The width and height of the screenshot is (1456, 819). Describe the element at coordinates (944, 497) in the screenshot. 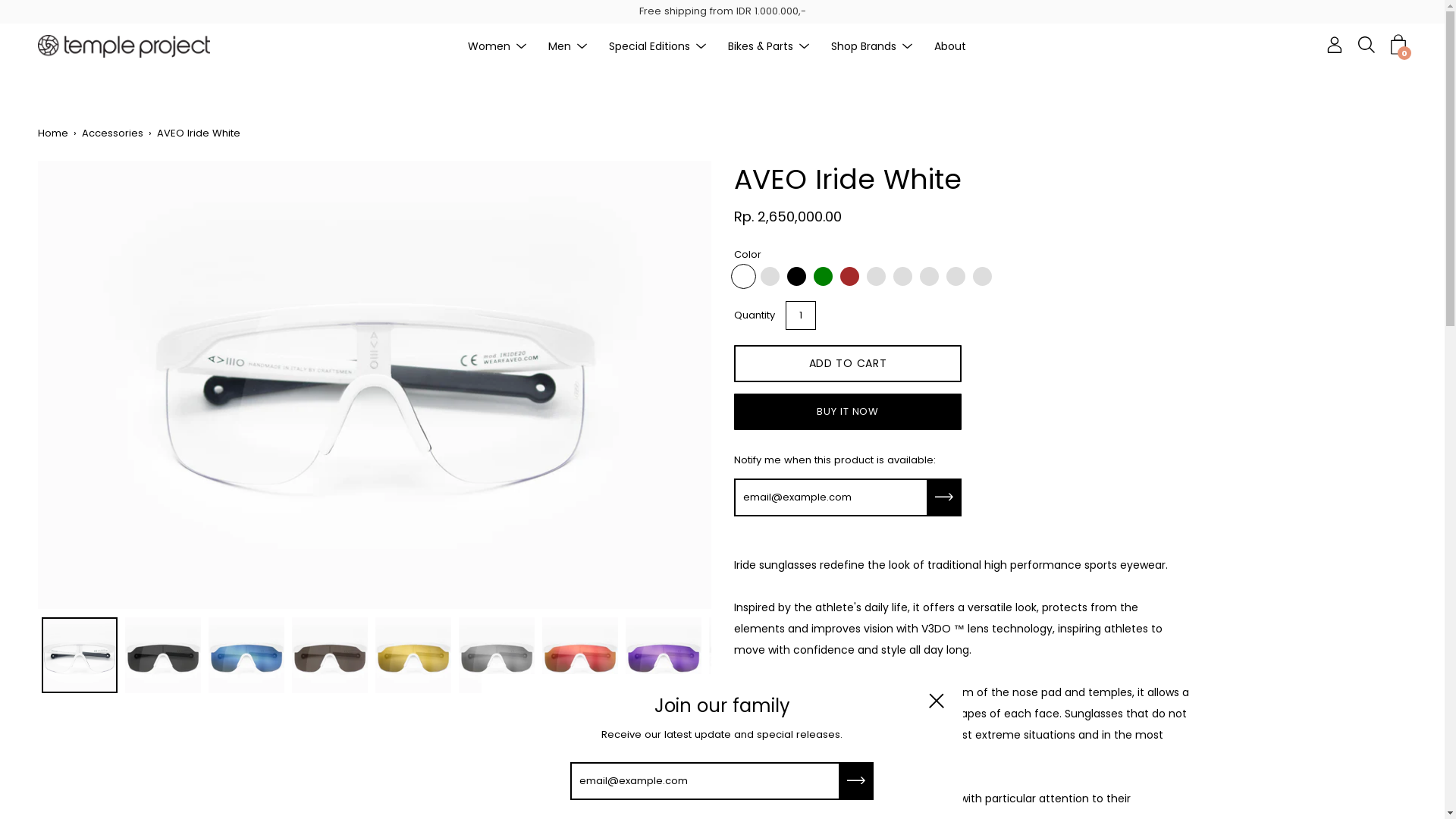

I see `'Submit'` at that location.